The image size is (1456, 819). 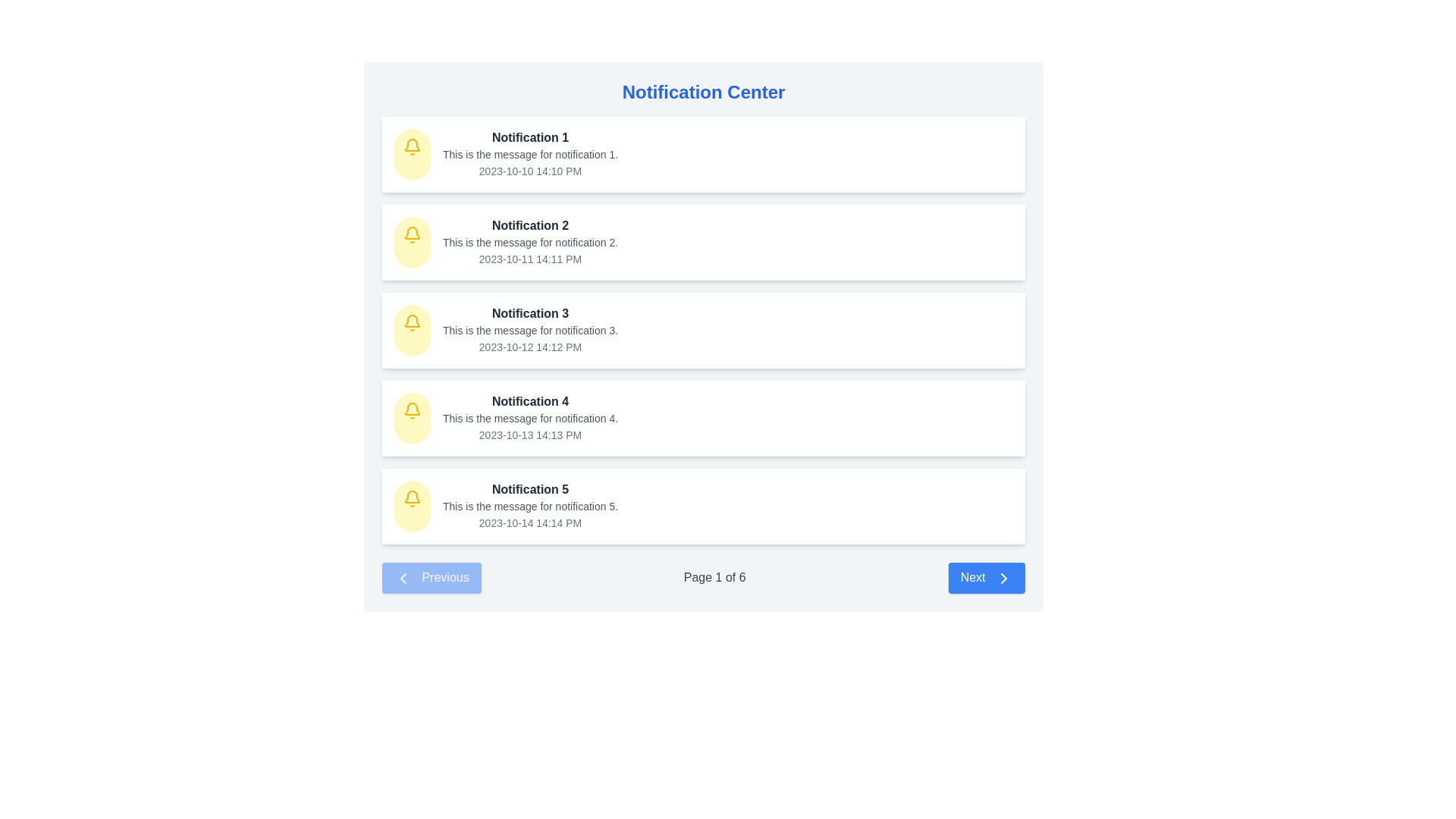 What do you see at coordinates (530, 506) in the screenshot?
I see `the text label displaying 'This is the message for notification 5.' which is located within the notification block for 'Notification 5'` at bounding box center [530, 506].